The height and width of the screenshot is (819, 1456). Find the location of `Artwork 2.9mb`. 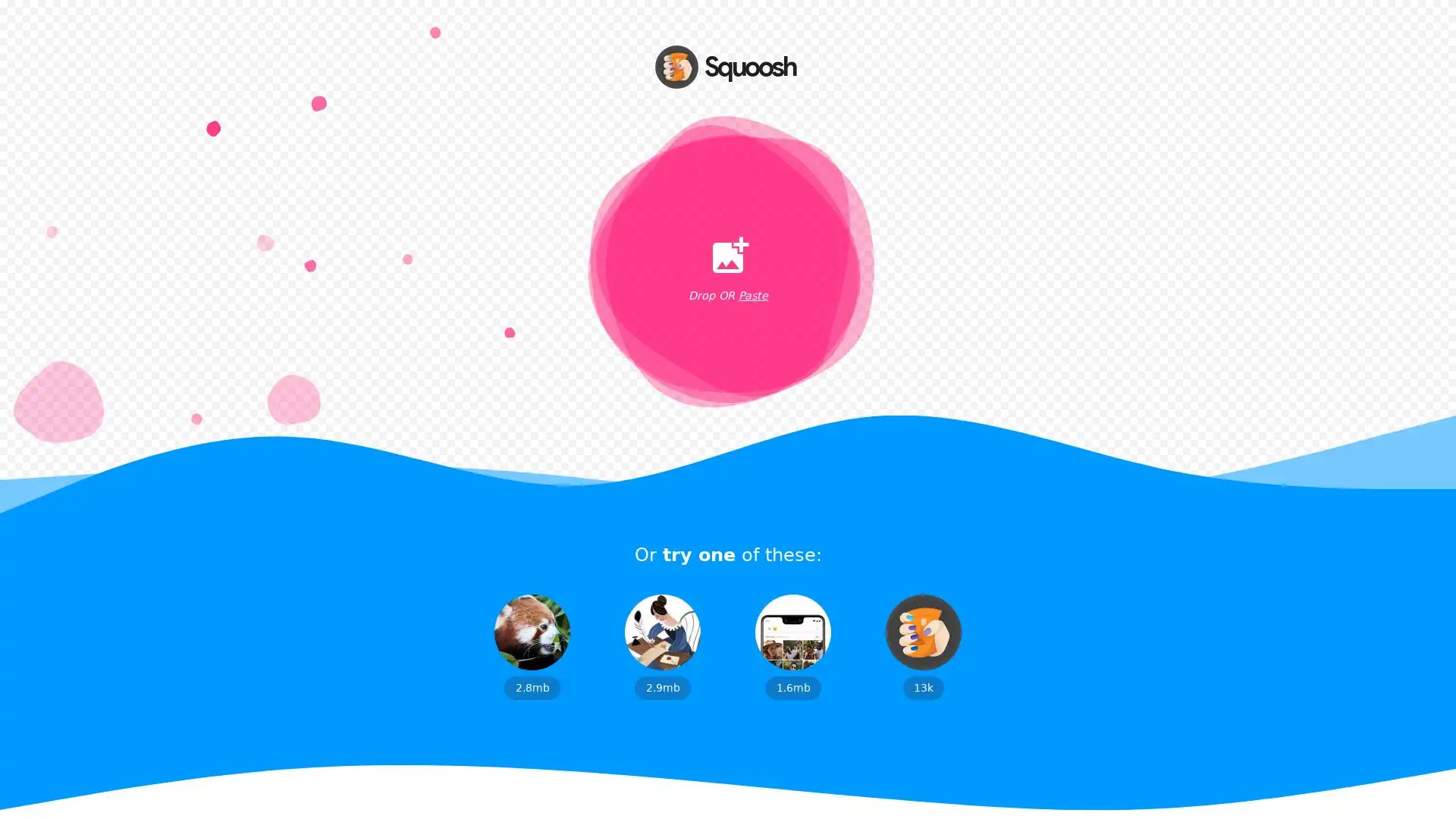

Artwork 2.9mb is located at coordinates (662, 646).